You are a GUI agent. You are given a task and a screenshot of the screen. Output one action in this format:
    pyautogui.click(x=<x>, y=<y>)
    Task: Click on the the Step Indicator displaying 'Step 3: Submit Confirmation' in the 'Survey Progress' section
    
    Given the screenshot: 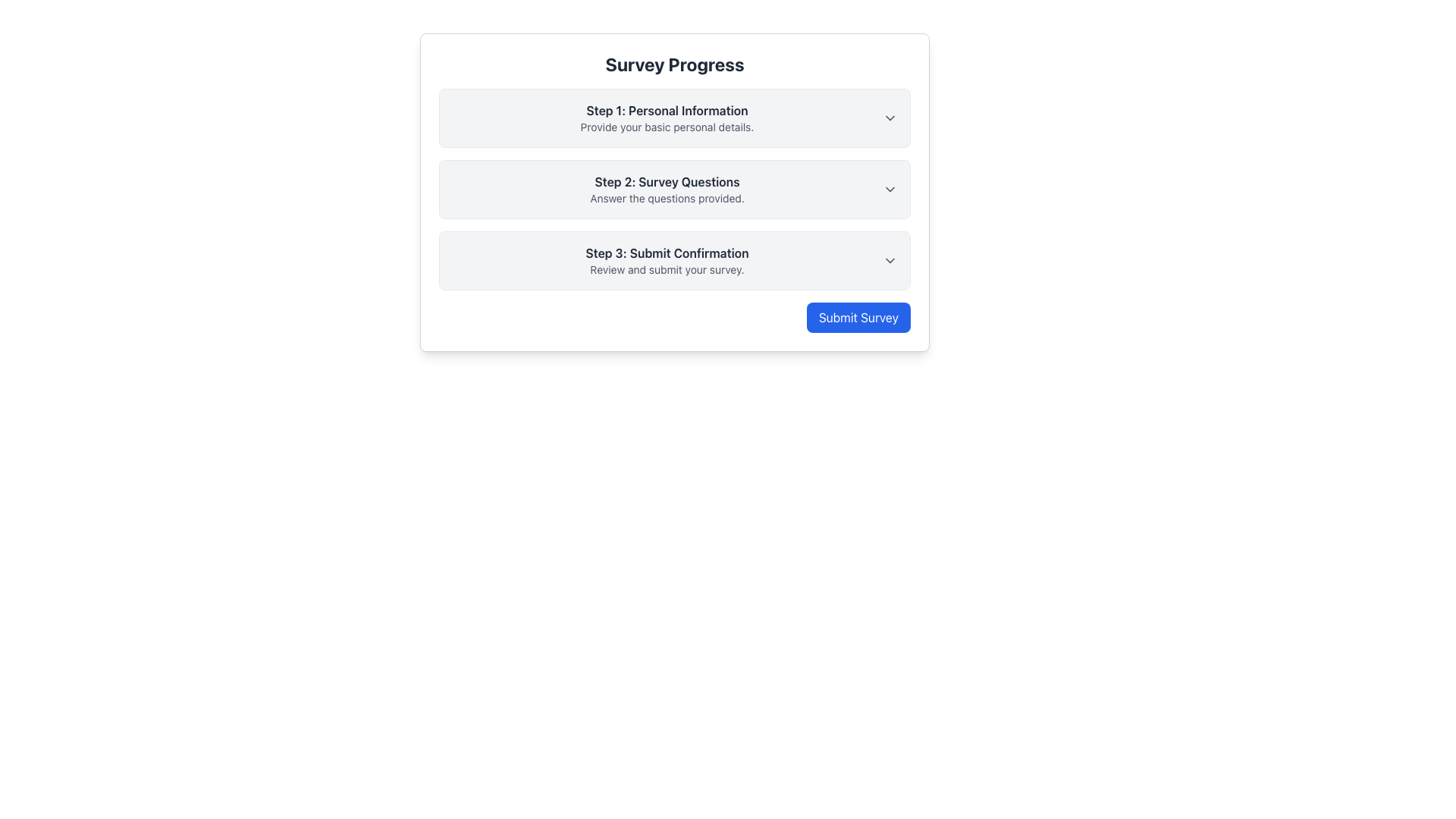 What is the action you would take?
    pyautogui.click(x=673, y=259)
    